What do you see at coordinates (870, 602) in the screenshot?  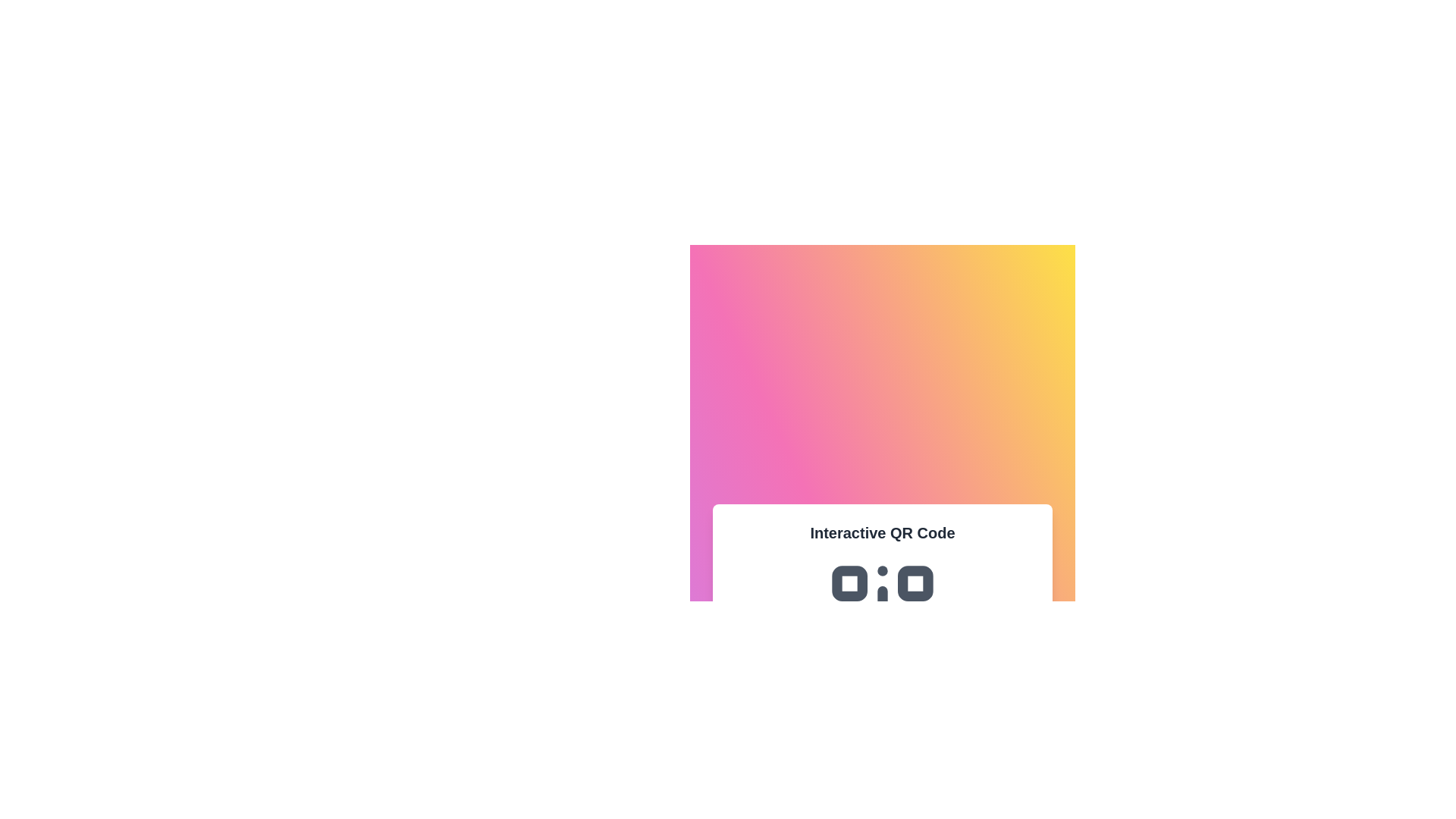 I see `the small curved segment of the QR code graphic located towards the lower-left area of the QR code` at bounding box center [870, 602].